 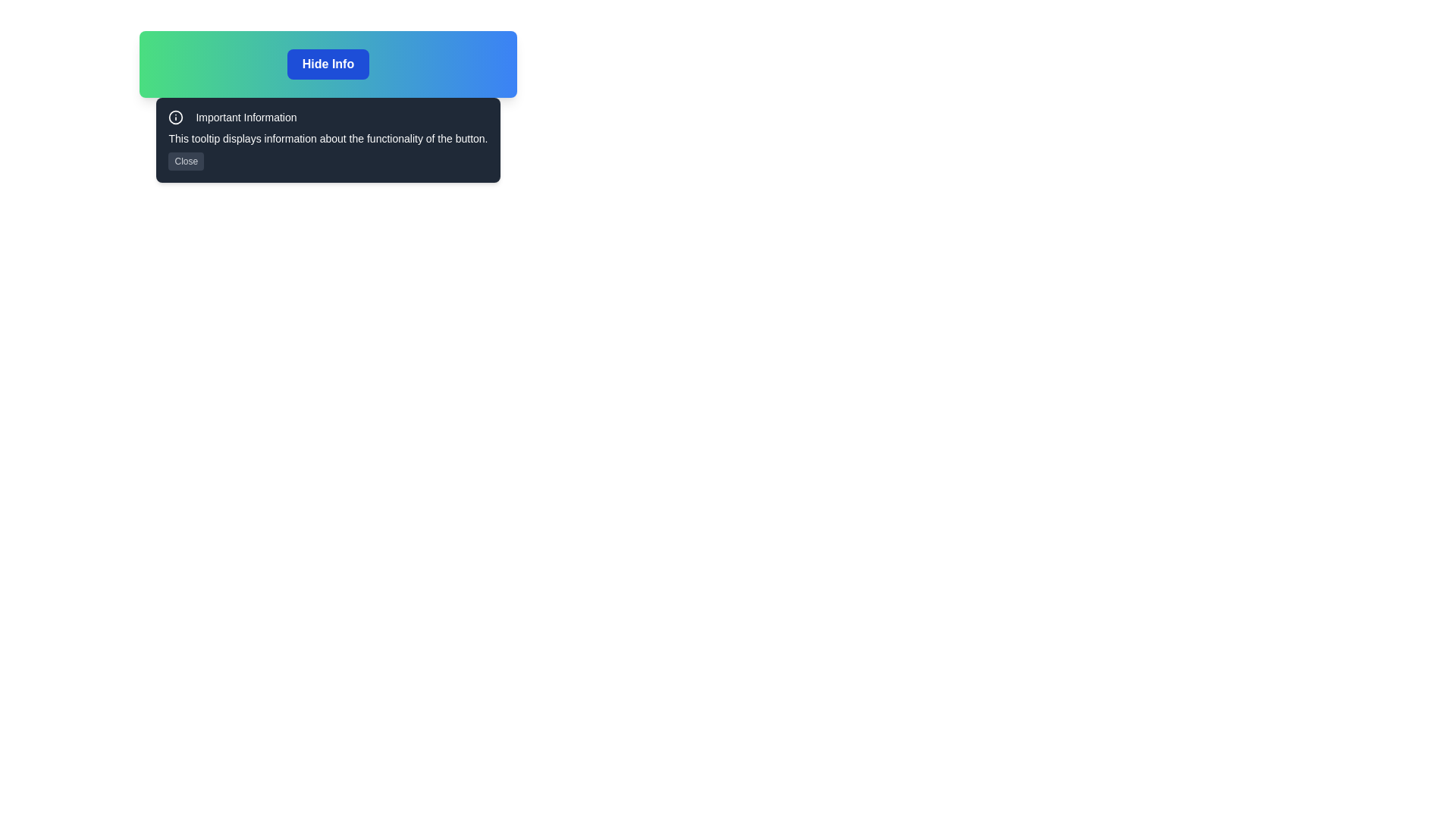 I want to click on information displayed in the tooltip below the 'Hide Info' button, which contains the heading 'Important Information' and descriptive text about the button's functionality, so click(x=327, y=140).